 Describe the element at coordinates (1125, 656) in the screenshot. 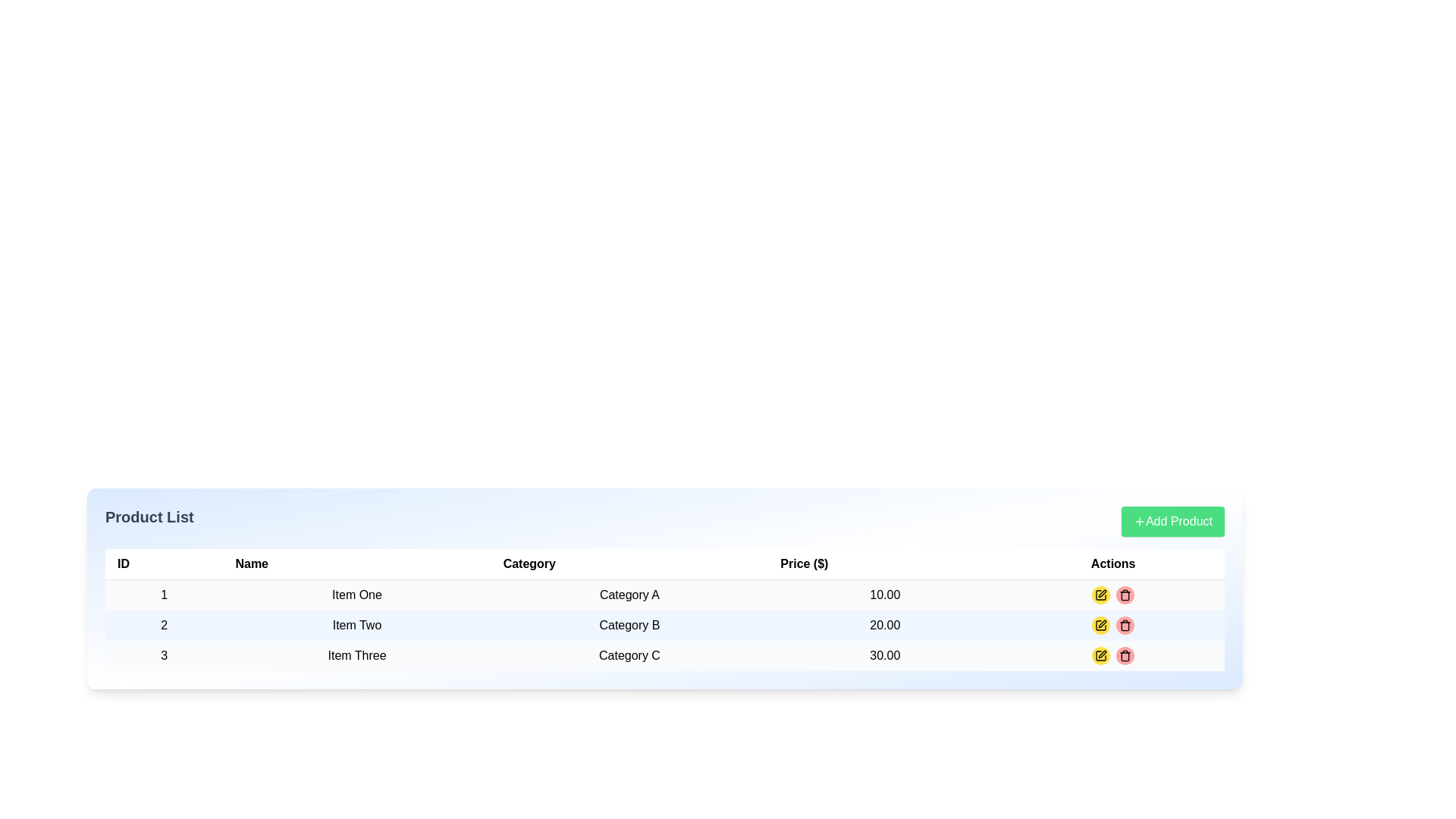

I see `the trash bin icon located in the 'Actions' column adjacent to 'Item Three', which has a rectangular base and a lid shape on top` at that location.